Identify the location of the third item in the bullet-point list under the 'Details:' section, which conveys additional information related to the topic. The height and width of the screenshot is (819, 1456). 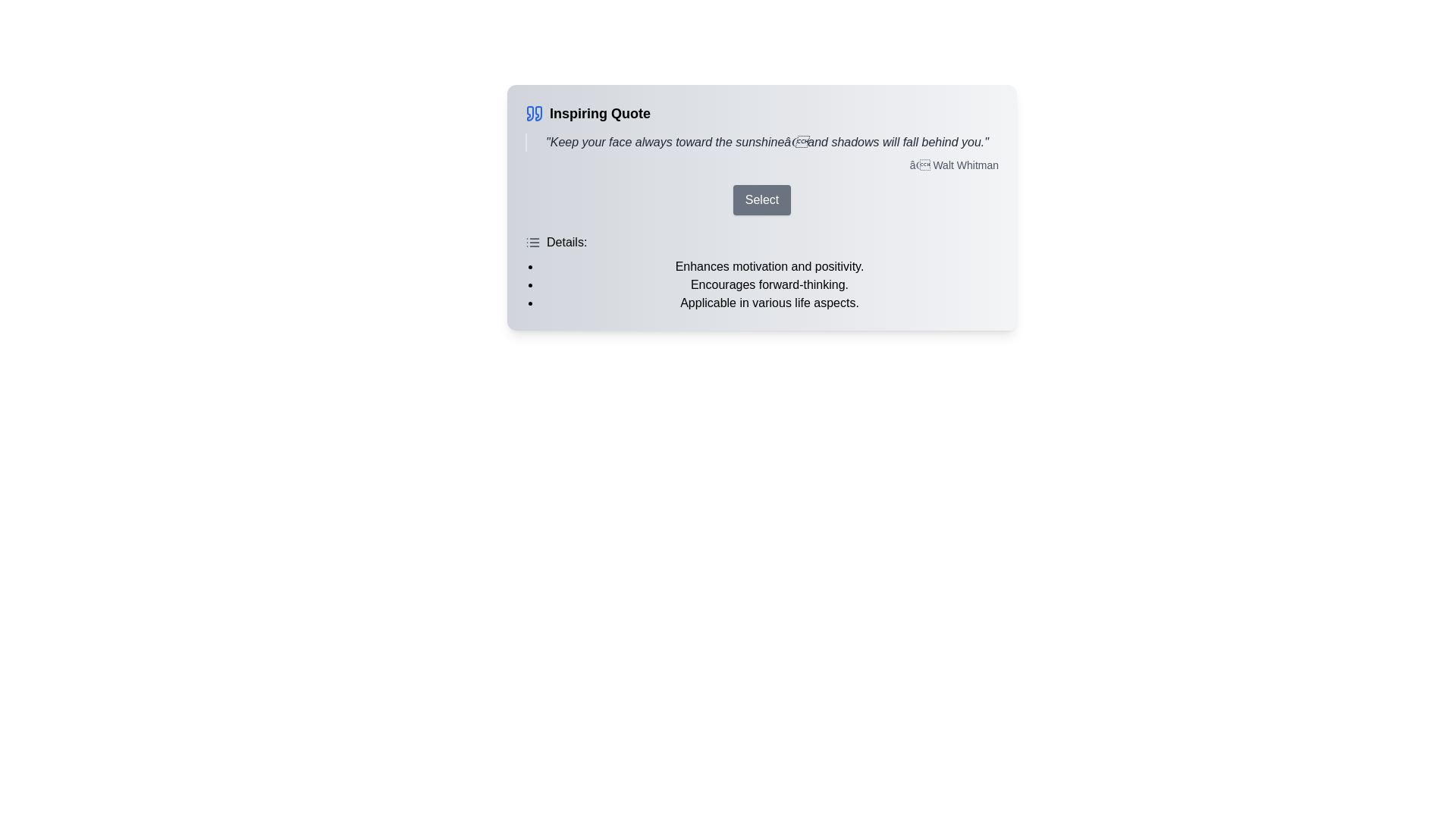
(769, 303).